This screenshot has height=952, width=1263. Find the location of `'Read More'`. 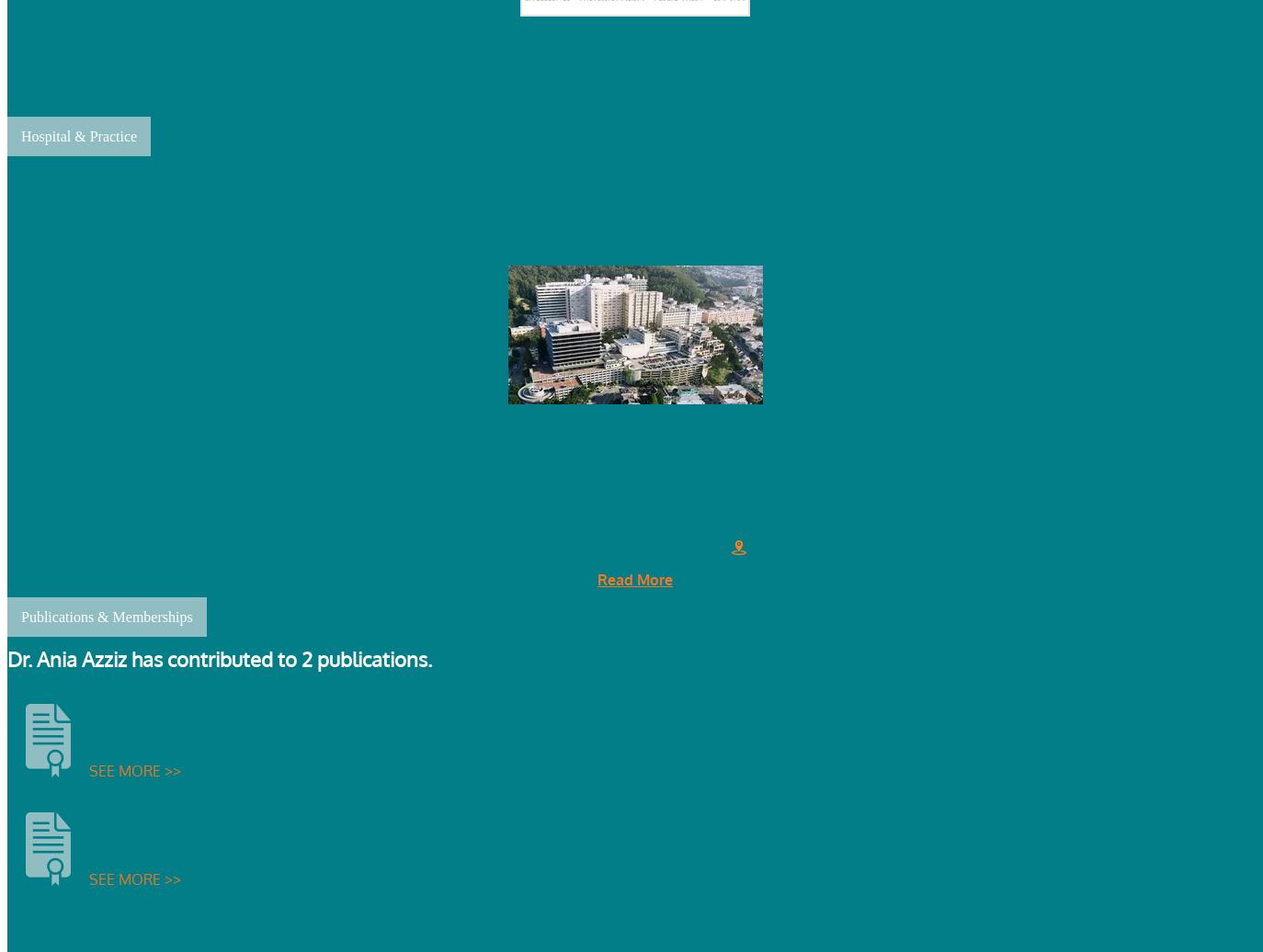

'Read More' is located at coordinates (633, 578).